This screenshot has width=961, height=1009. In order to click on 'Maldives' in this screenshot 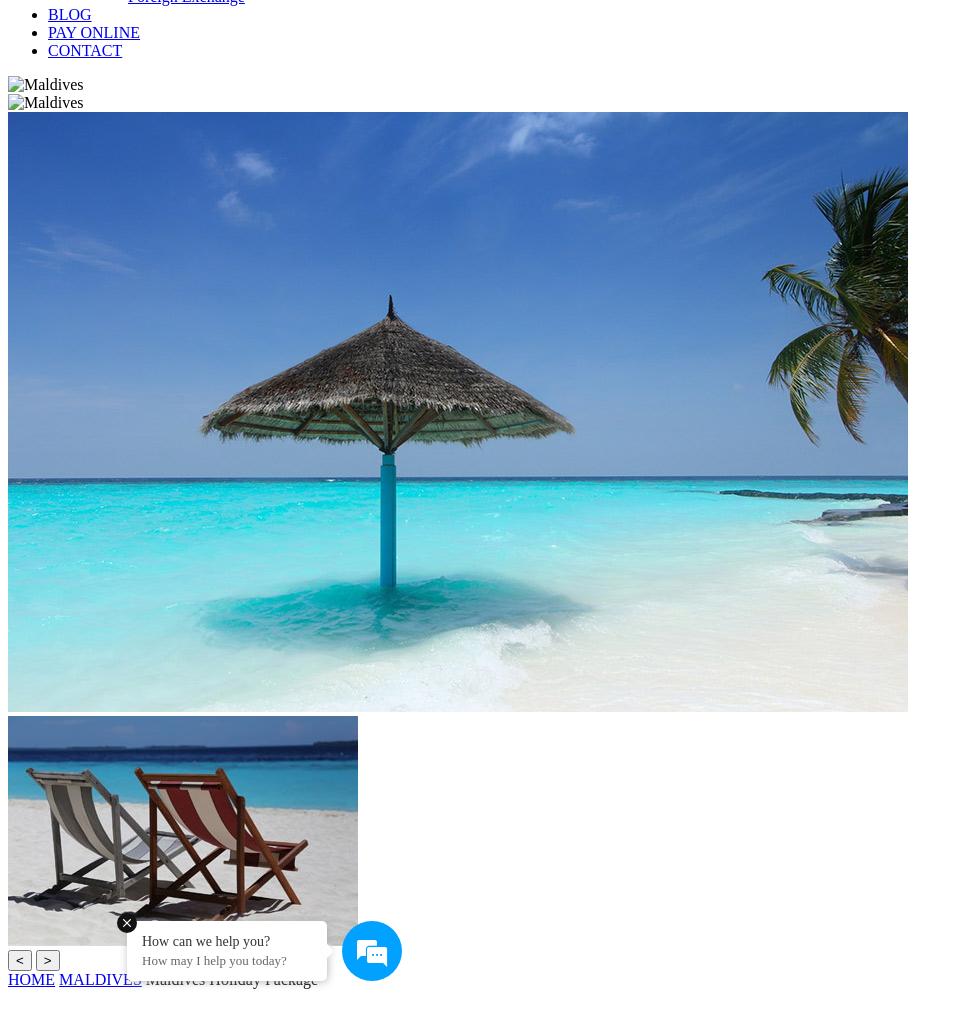, I will do `click(100, 979)`.